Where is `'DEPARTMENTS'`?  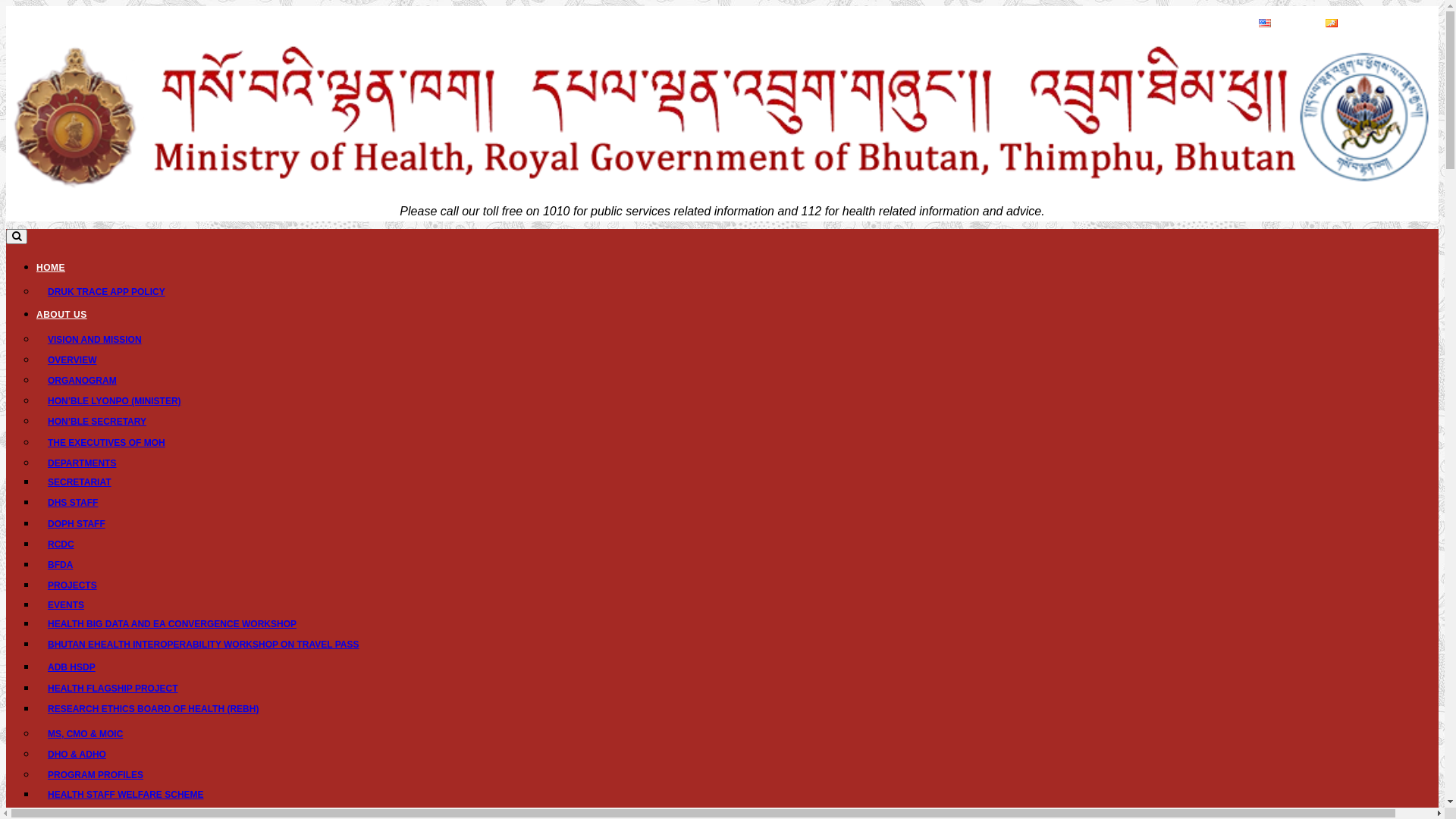
'DEPARTMENTS' is located at coordinates (36, 462).